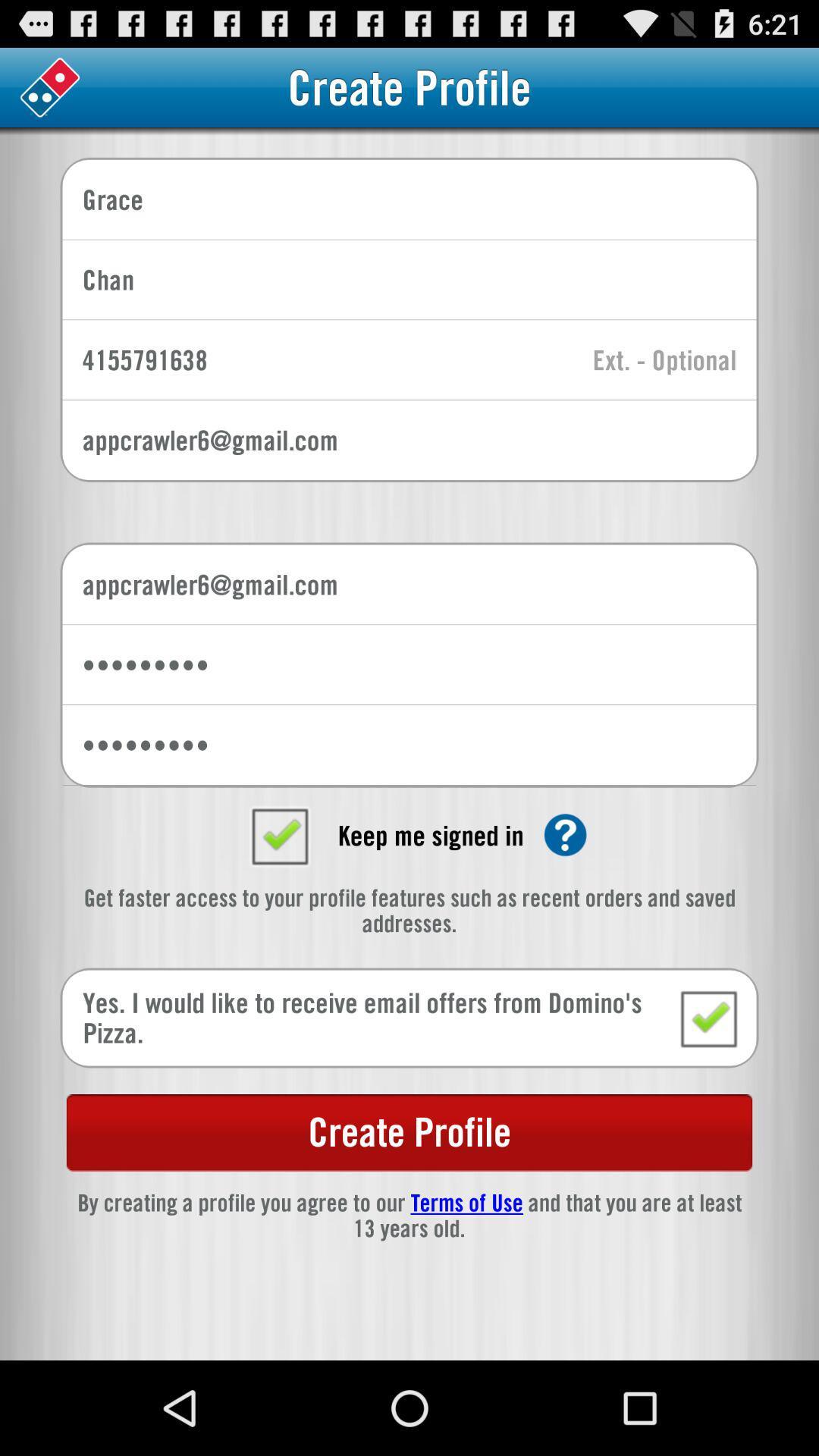  I want to click on box, so click(279, 834).